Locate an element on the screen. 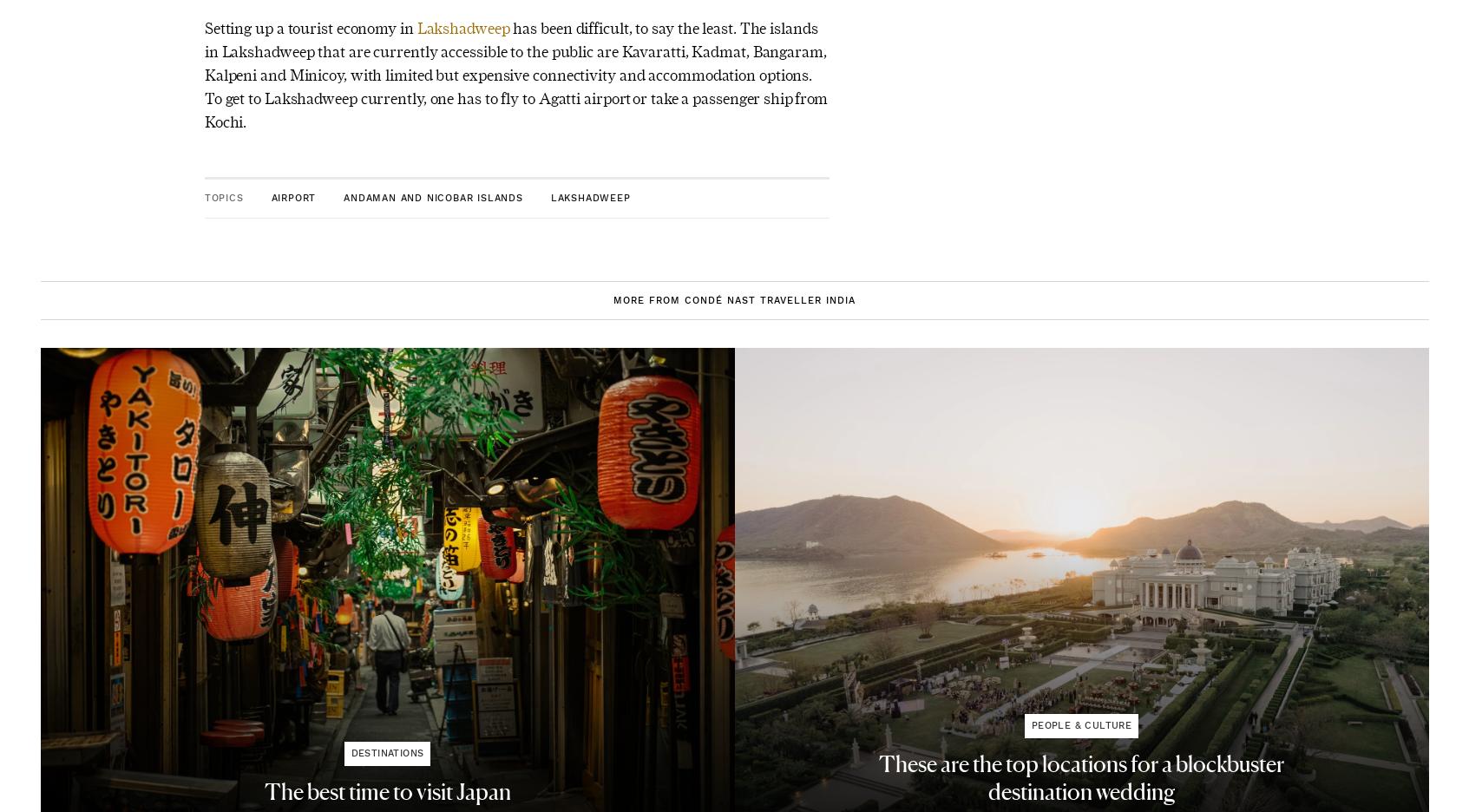 Image resolution: width=1469 pixels, height=812 pixels. 'Topics' is located at coordinates (223, 197).